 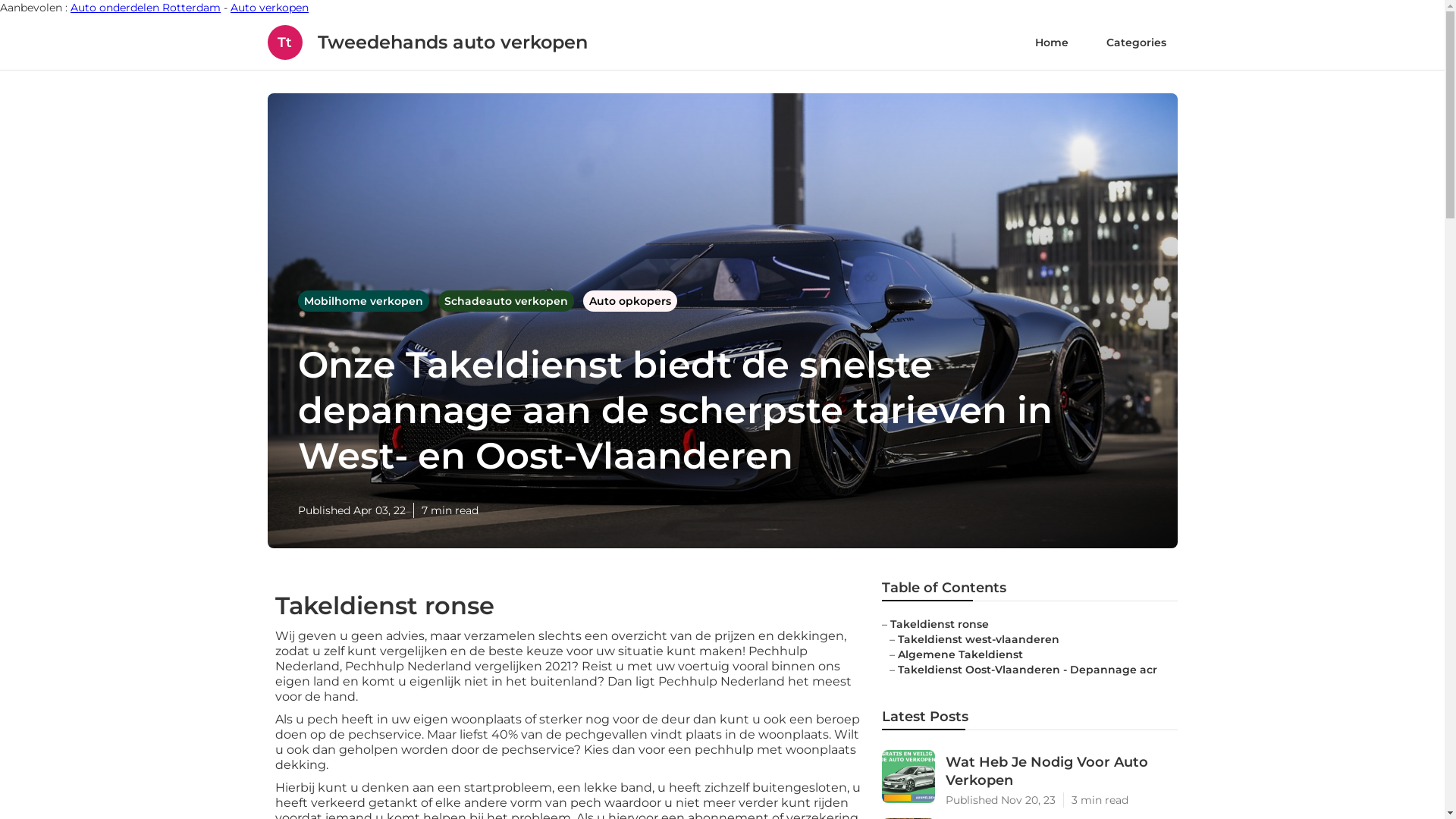 What do you see at coordinates (269, 8) in the screenshot?
I see `'Auto verkopen'` at bounding box center [269, 8].